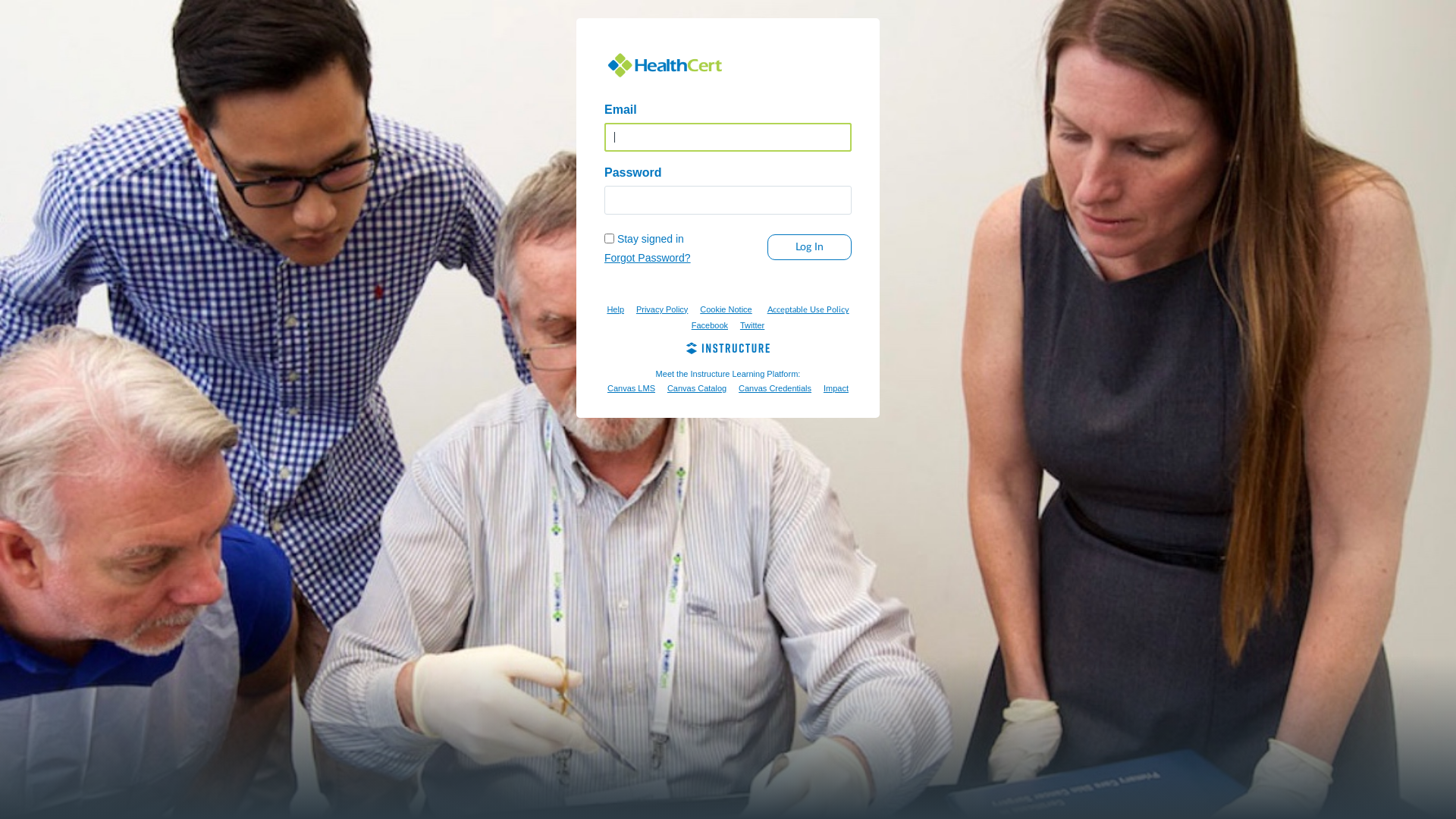  Describe the element at coordinates (808, 246) in the screenshot. I see `'Log In'` at that location.